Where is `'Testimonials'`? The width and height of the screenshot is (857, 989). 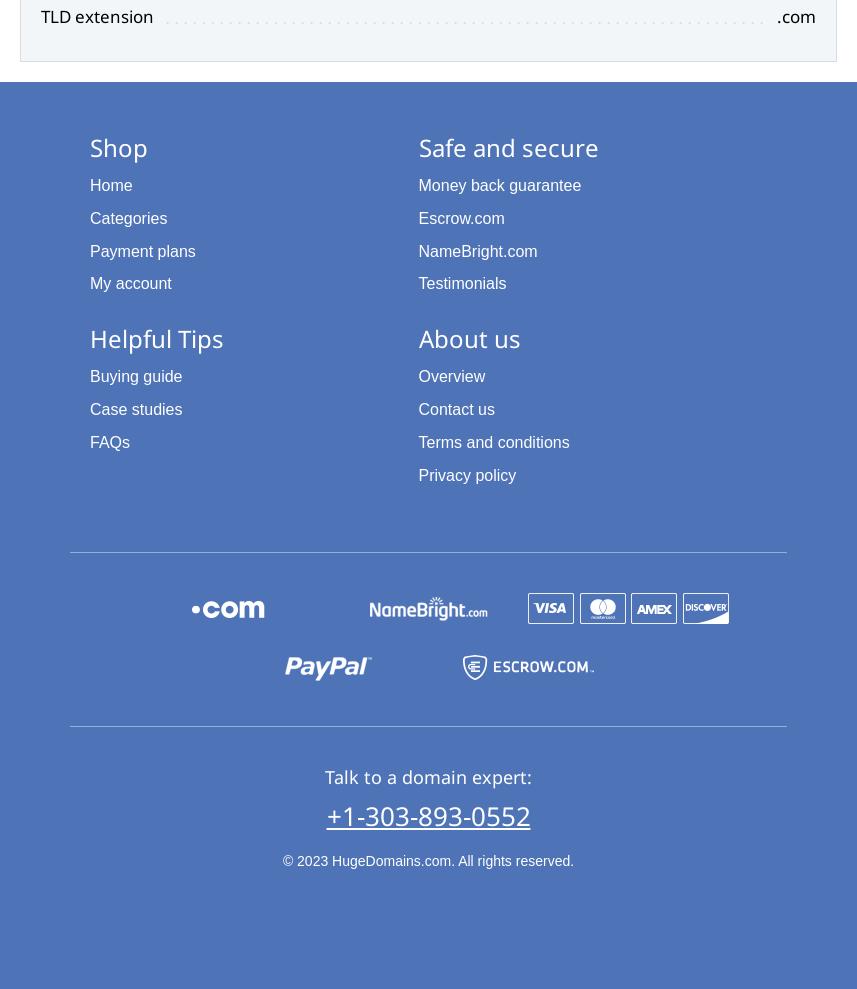
'Testimonials' is located at coordinates (461, 283).